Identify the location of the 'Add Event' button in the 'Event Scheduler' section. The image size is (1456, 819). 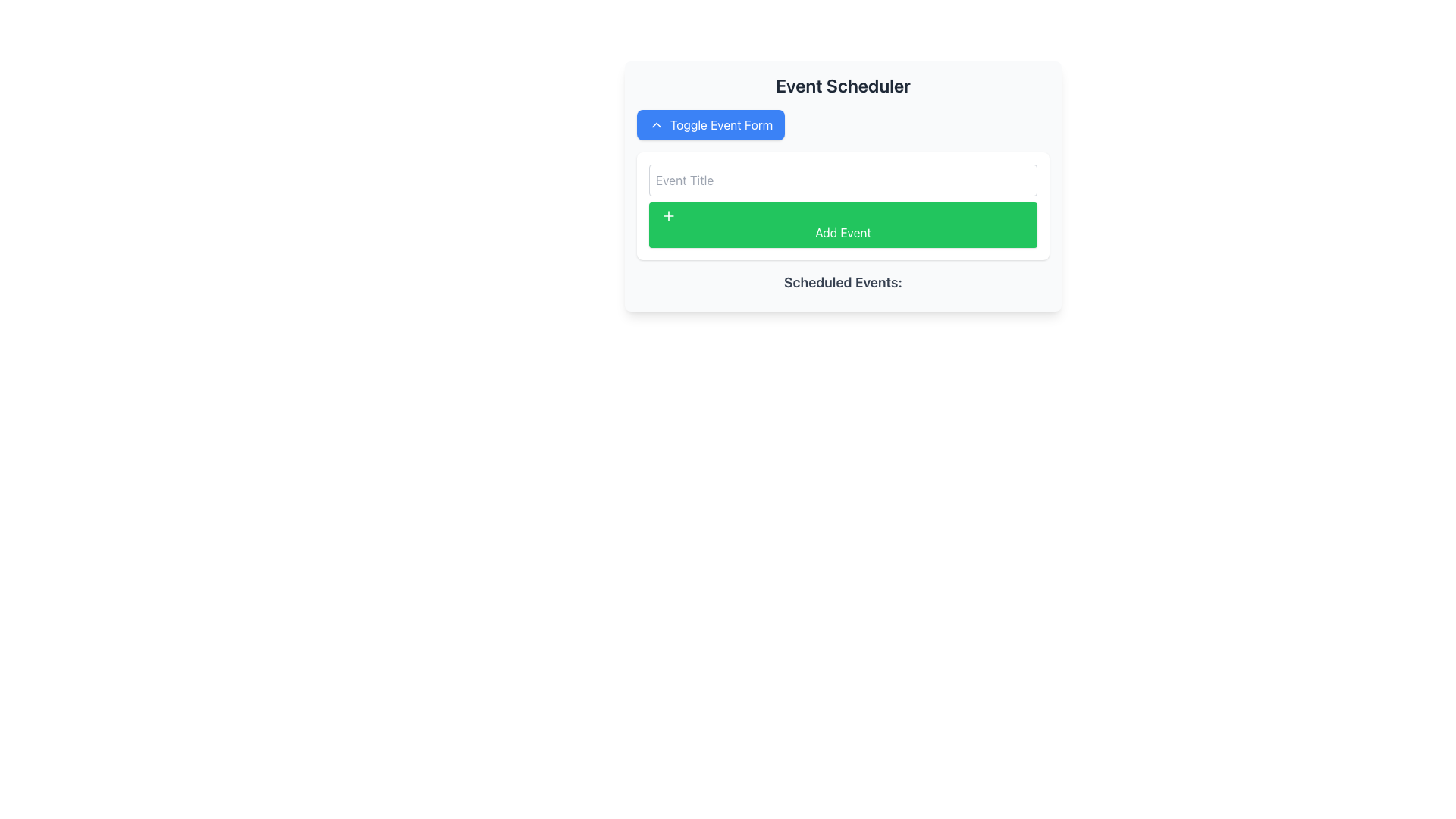
(843, 206).